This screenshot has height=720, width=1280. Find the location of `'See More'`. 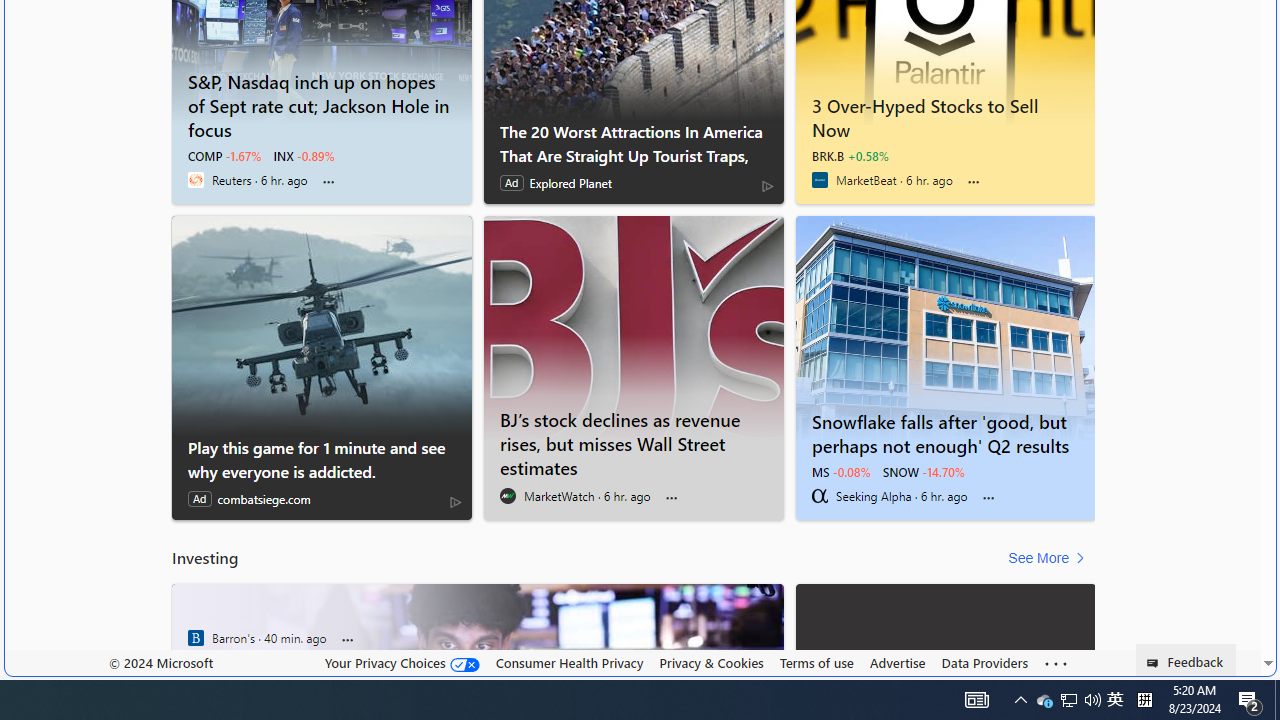

'See More' is located at coordinates (1049, 558).